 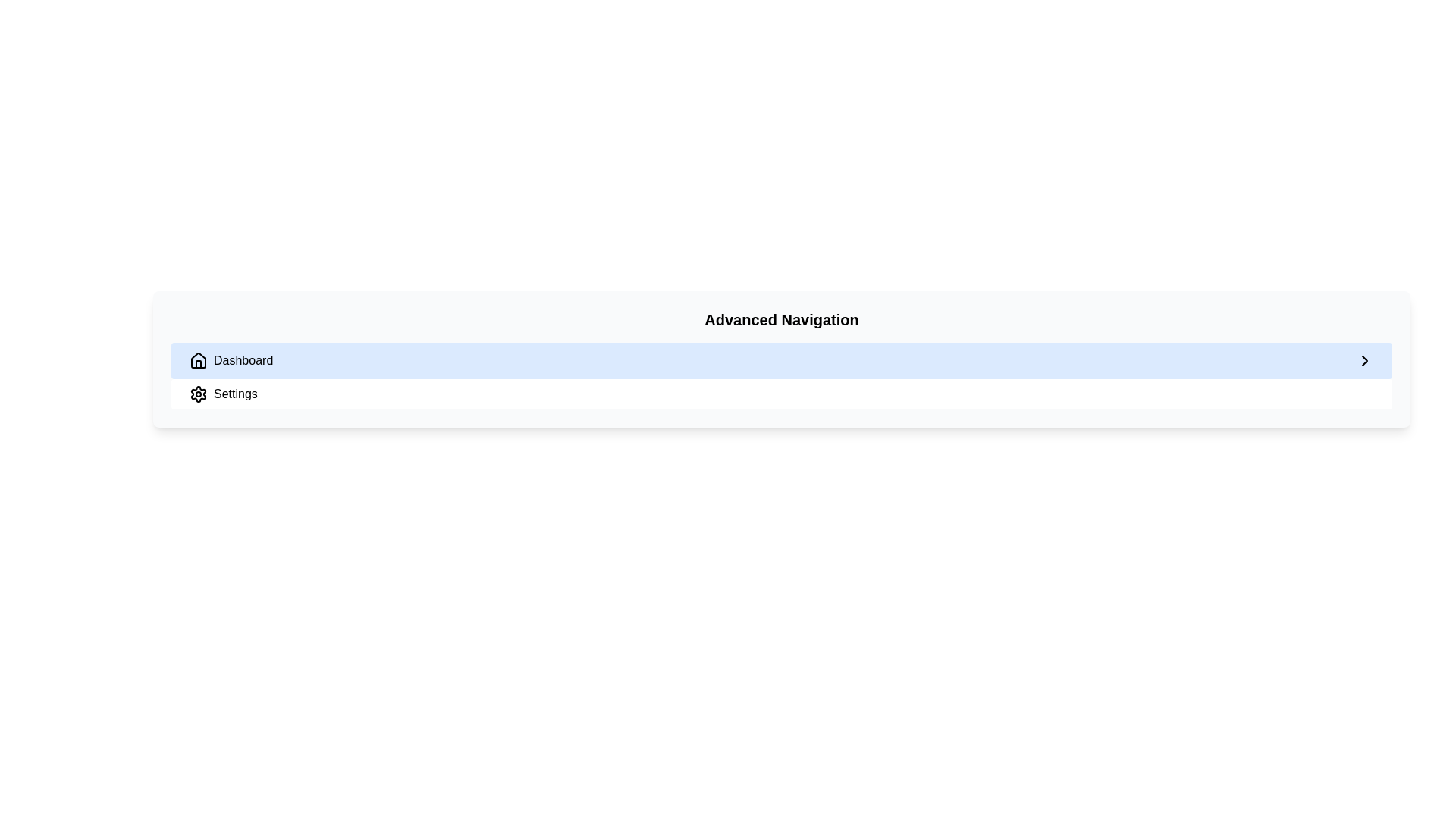 What do you see at coordinates (782, 318) in the screenshot?
I see `bold text label 'Advanced Navigation' that is positioned above other UI elements, acting as a header for the section` at bounding box center [782, 318].